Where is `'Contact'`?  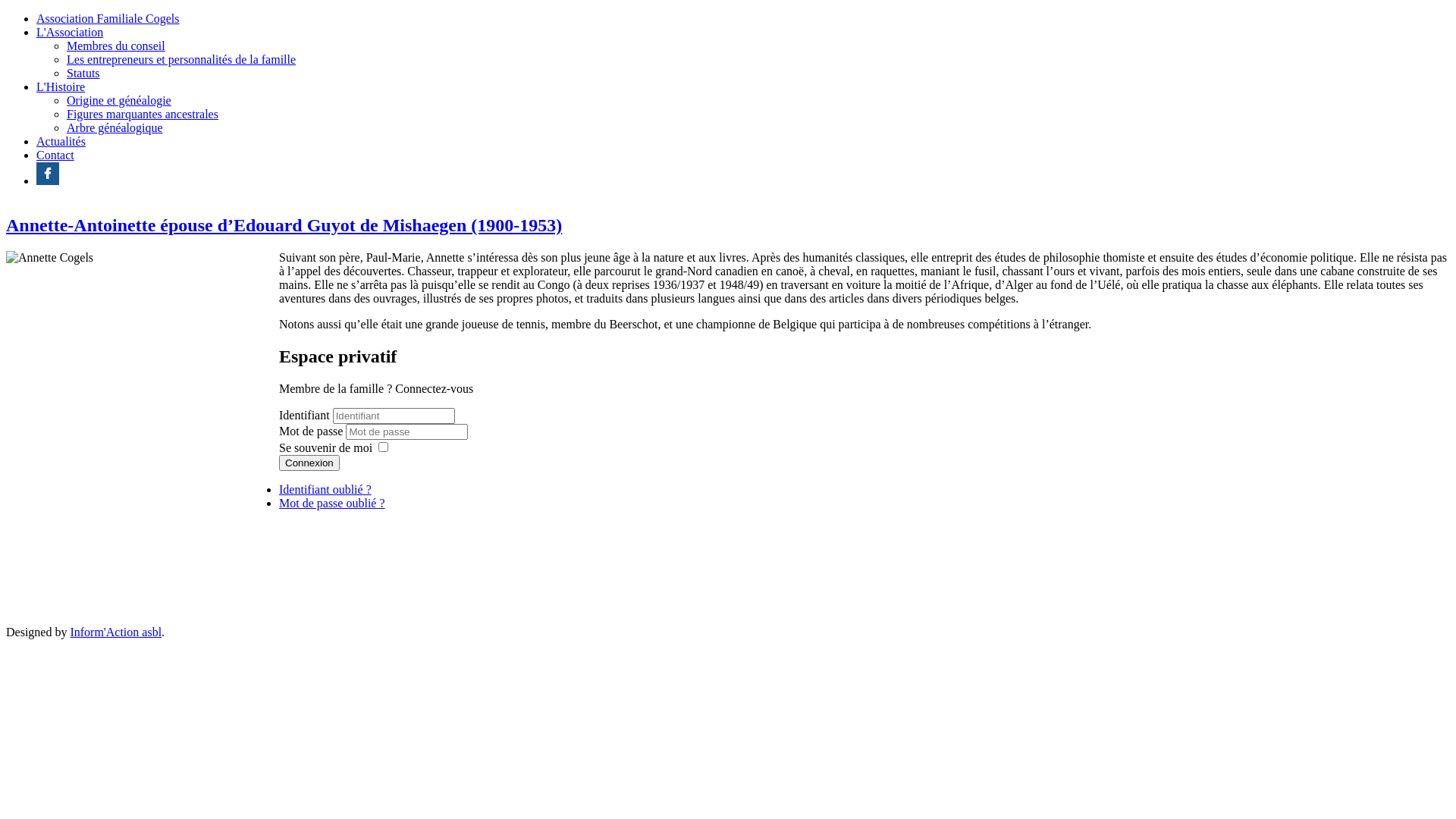 'Contact' is located at coordinates (36, 155).